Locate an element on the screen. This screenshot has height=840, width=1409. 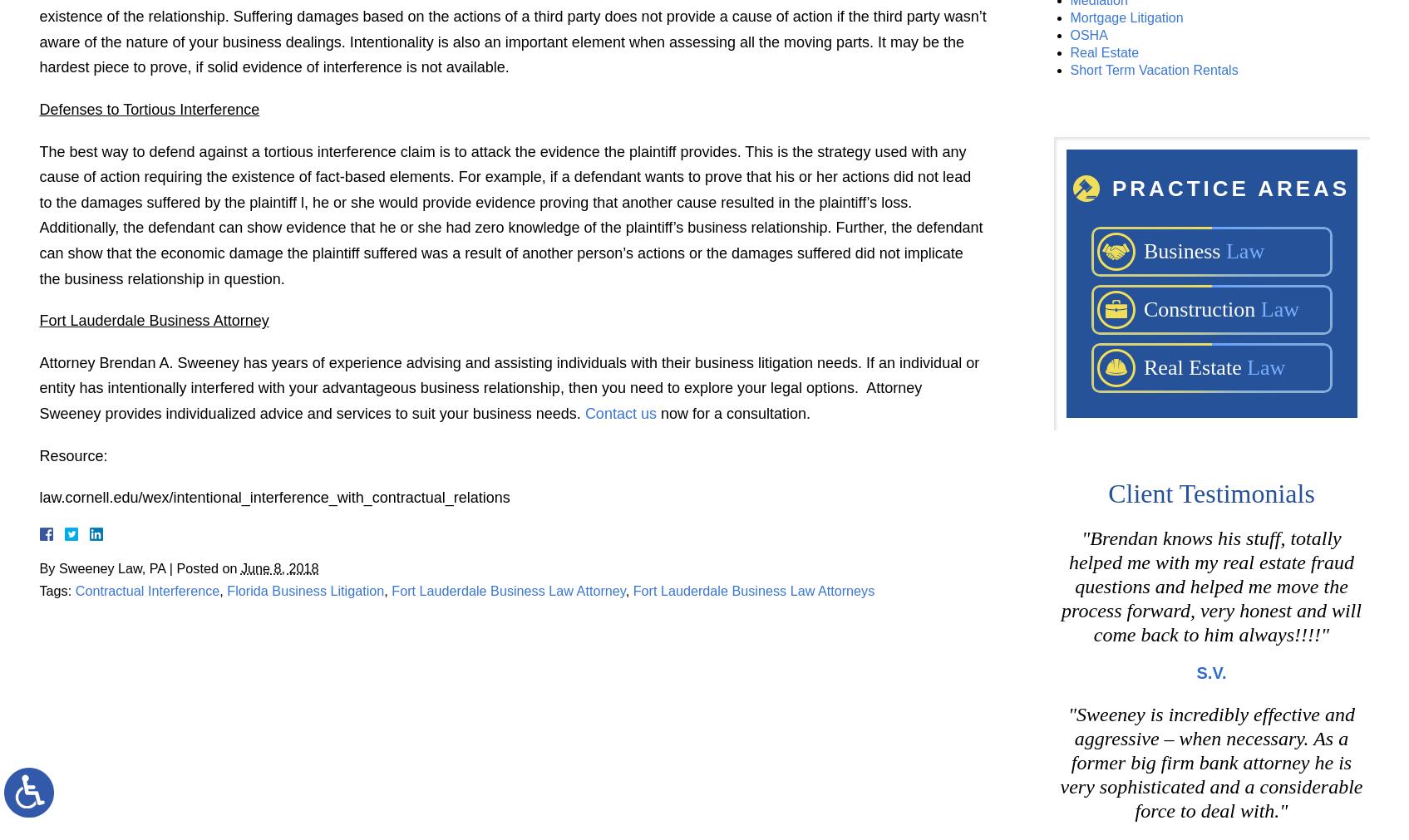
'Florida Business Litigation' is located at coordinates (304, 590).